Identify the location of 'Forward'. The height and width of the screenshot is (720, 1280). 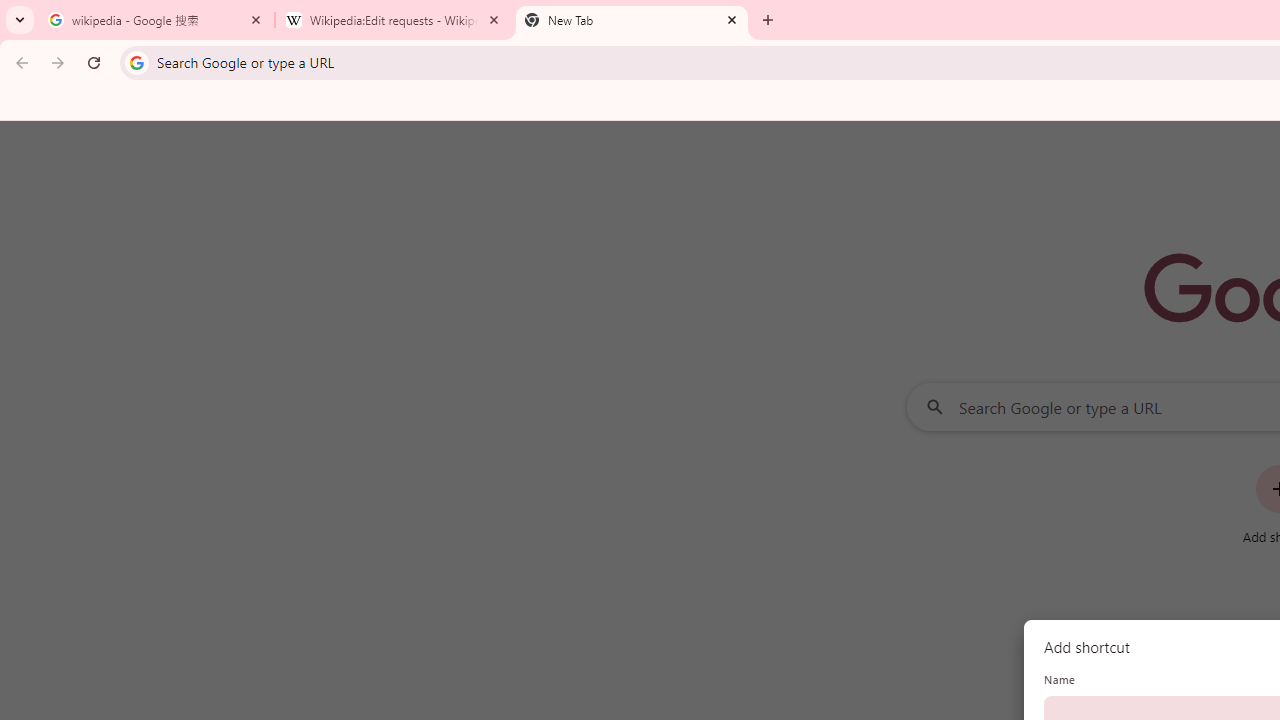
(58, 61).